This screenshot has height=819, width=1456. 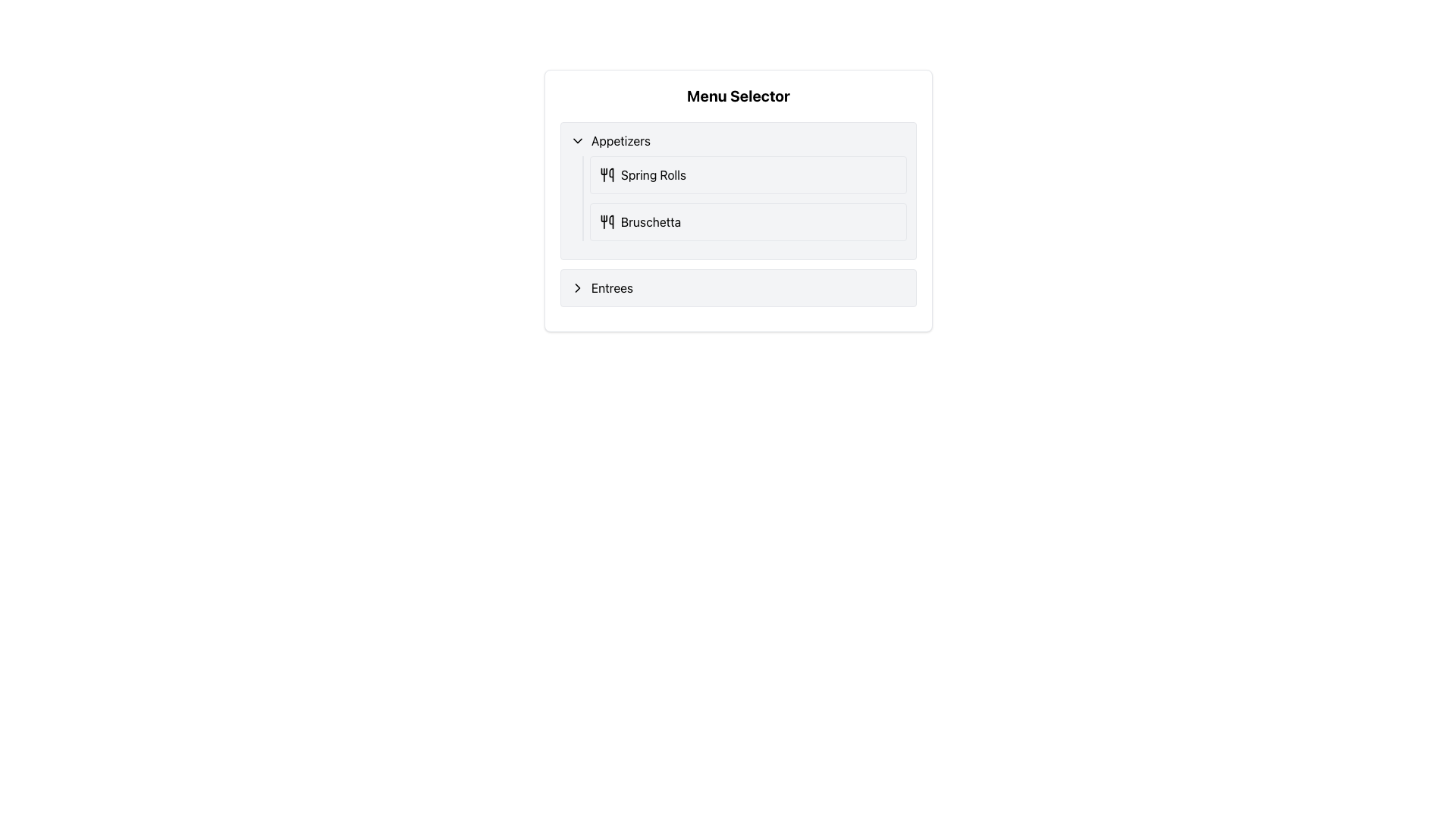 I want to click on the chevron icon located to the left of the 'Entrees' text, so click(x=577, y=288).